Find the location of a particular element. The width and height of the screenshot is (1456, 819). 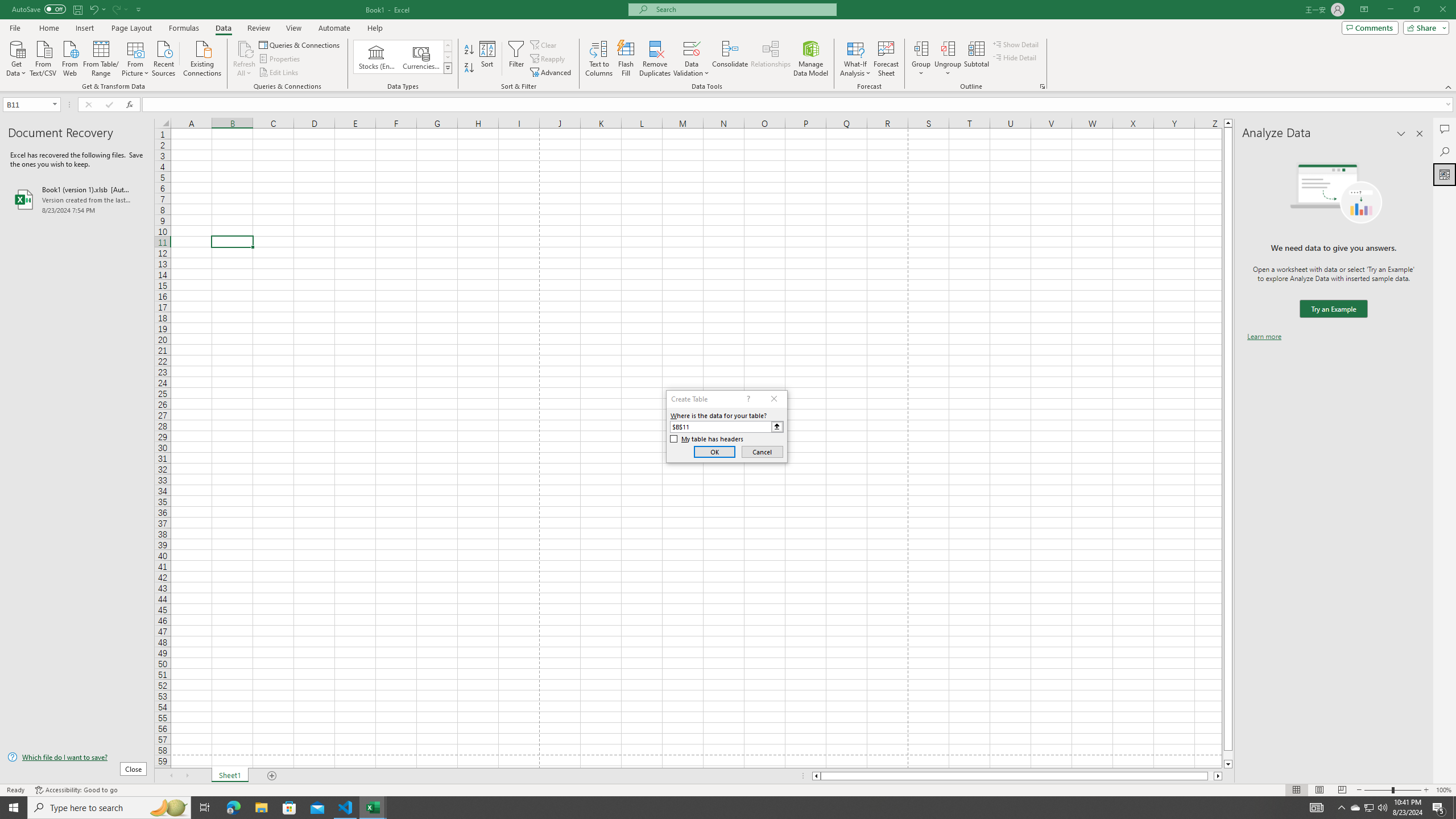

'Currencies (English)' is located at coordinates (420, 56).